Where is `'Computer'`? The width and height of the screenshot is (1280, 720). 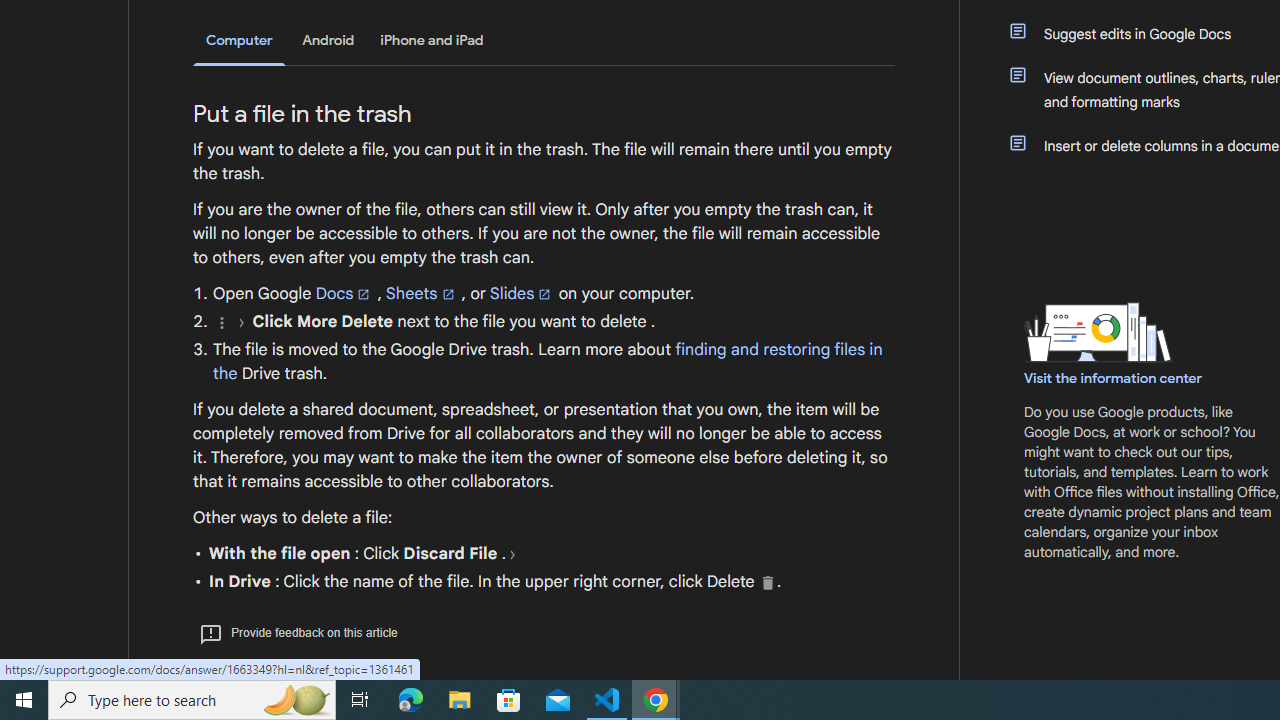
'Computer' is located at coordinates (239, 41).